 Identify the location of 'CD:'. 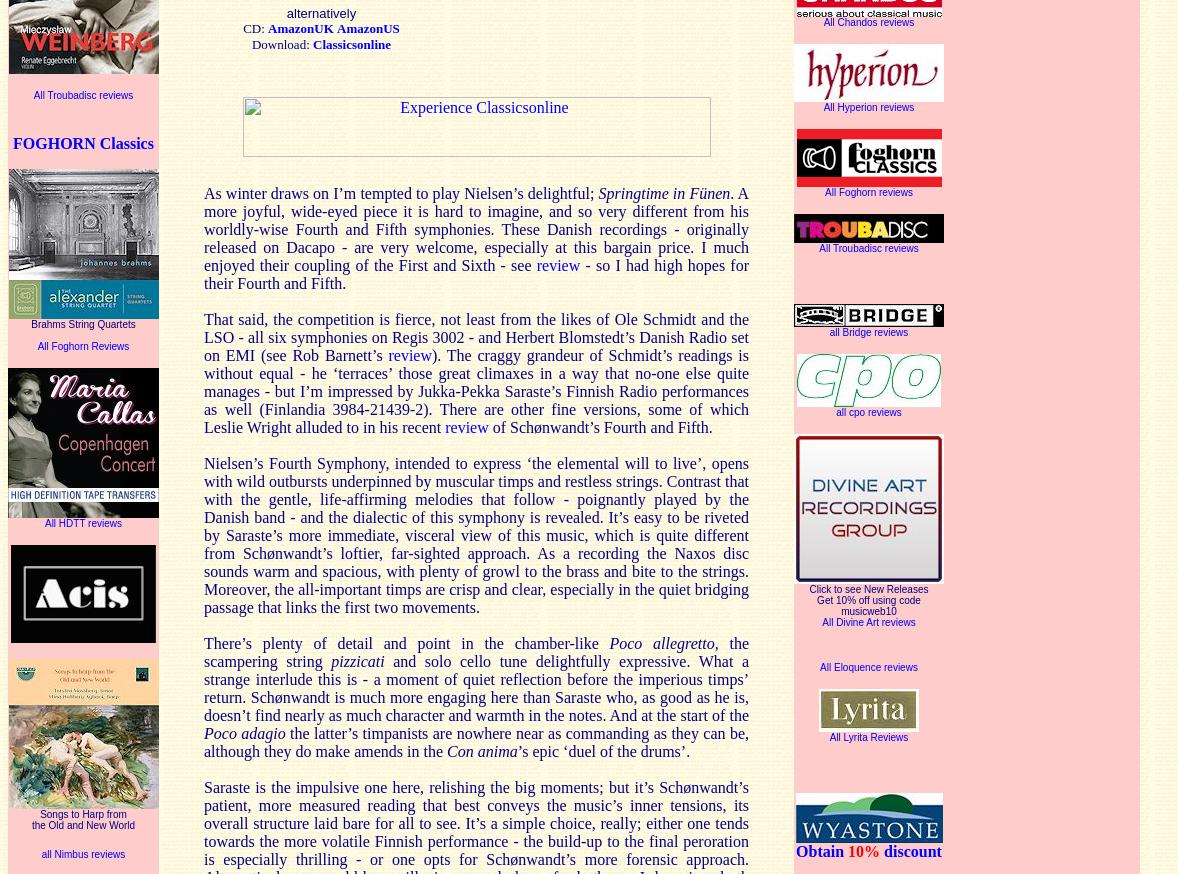
(254, 26).